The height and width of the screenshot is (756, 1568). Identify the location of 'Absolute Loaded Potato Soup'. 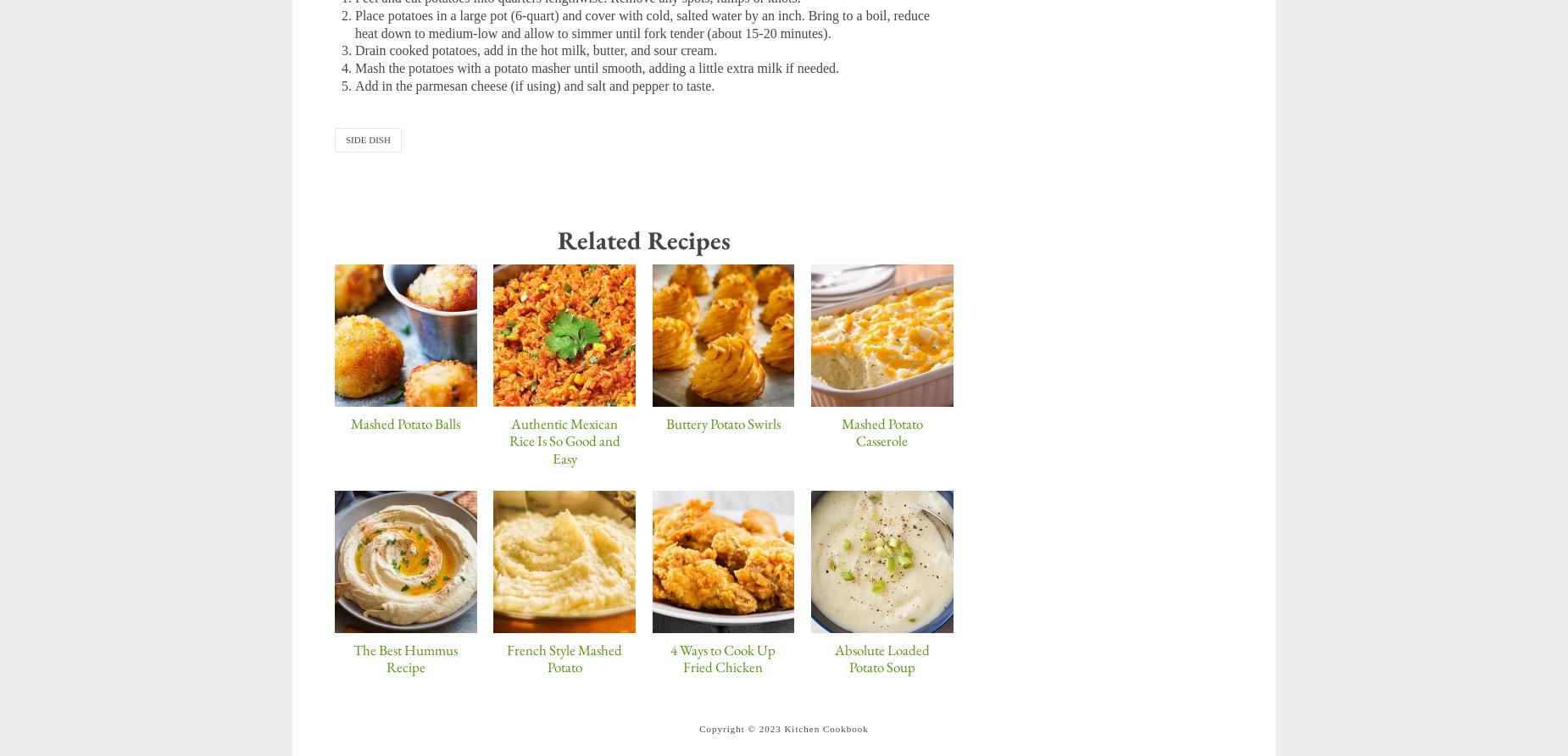
(881, 659).